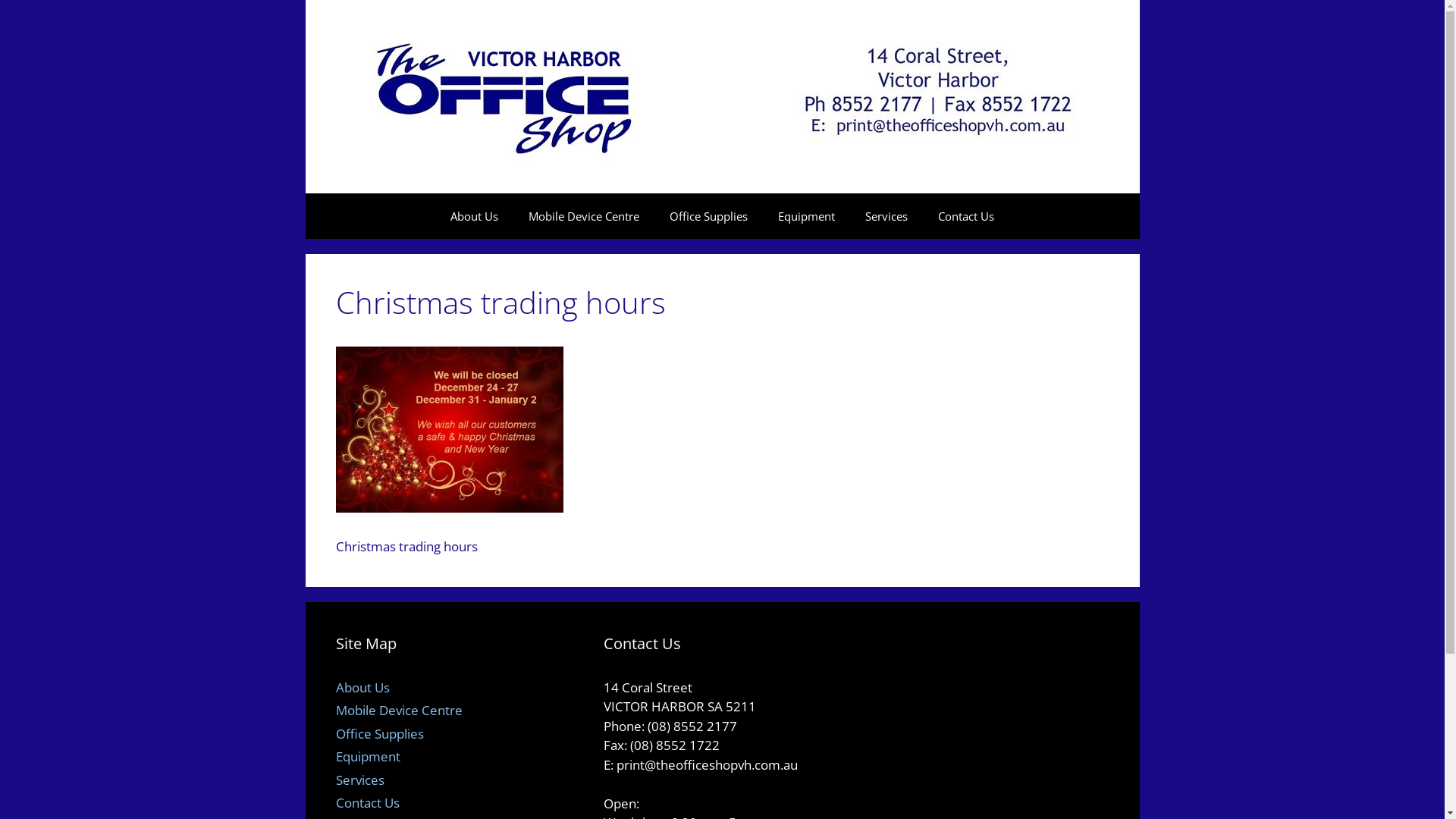 This screenshot has width=1456, height=819. I want to click on 'About Us', so click(334, 686).